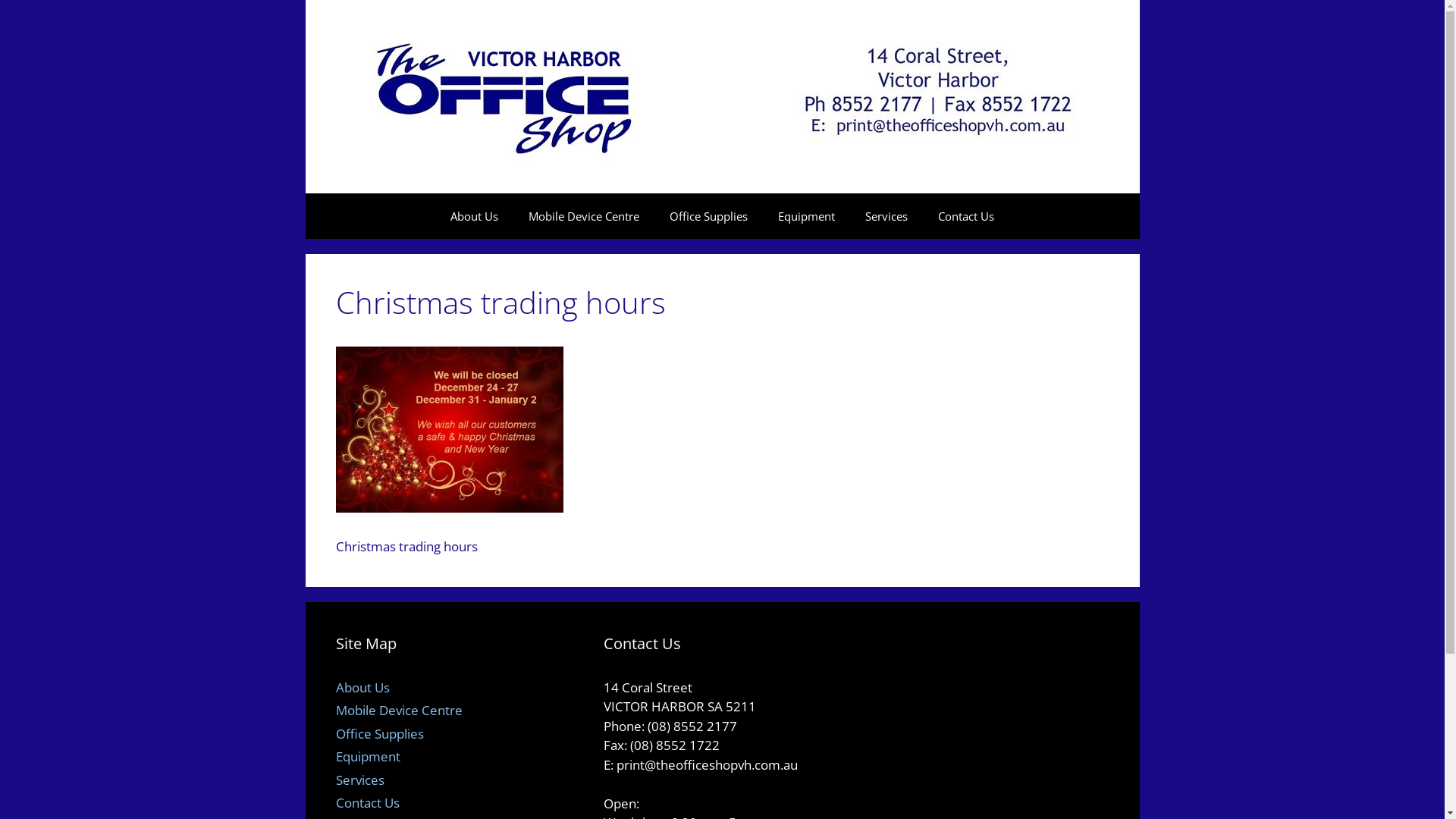 This screenshot has width=1456, height=819. I want to click on 'About Us', so click(334, 686).